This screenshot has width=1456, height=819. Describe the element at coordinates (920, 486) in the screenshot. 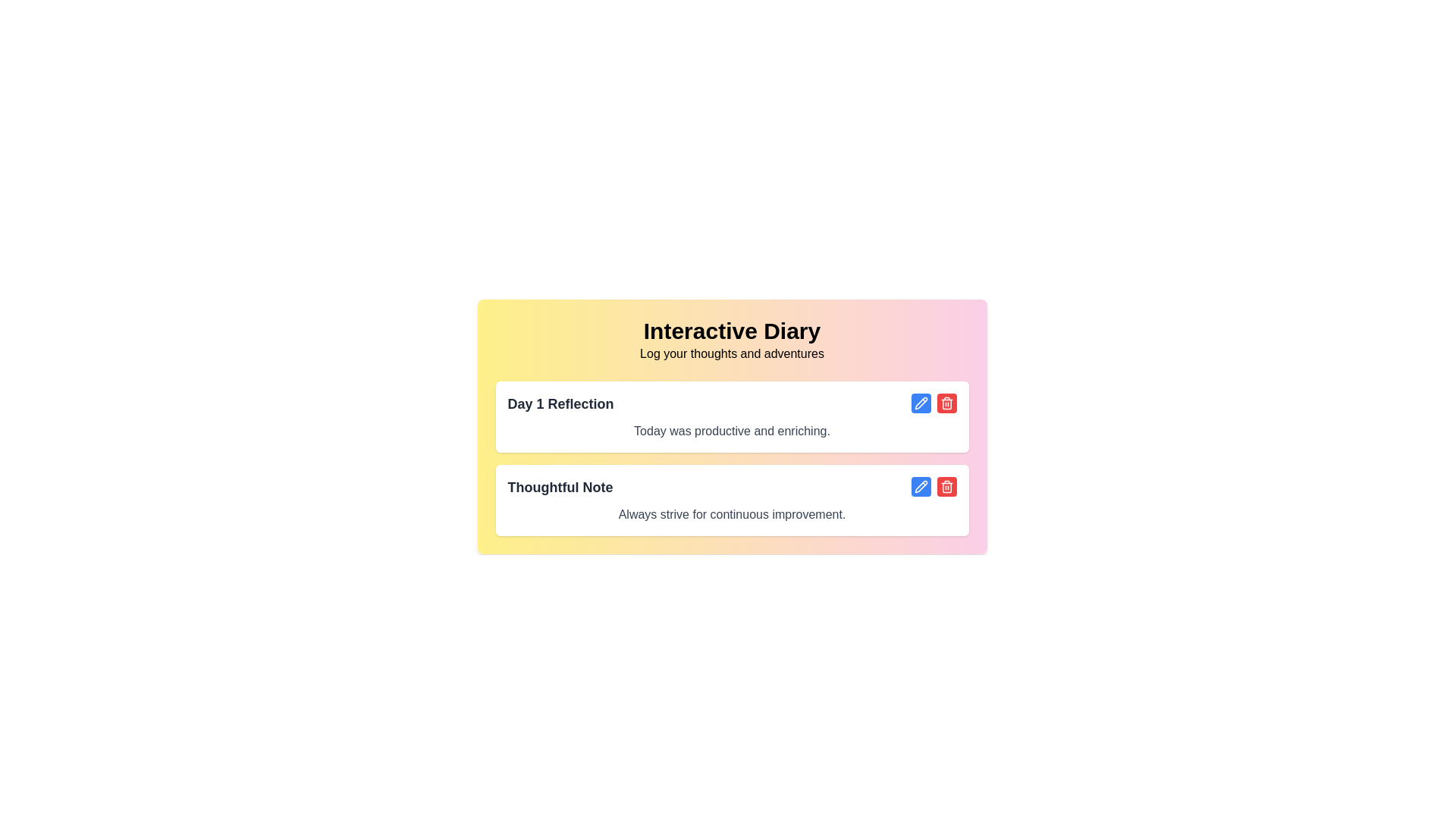

I see `the leftmost button in the row of interactive controls for the 'Thoughtful Note'` at that location.